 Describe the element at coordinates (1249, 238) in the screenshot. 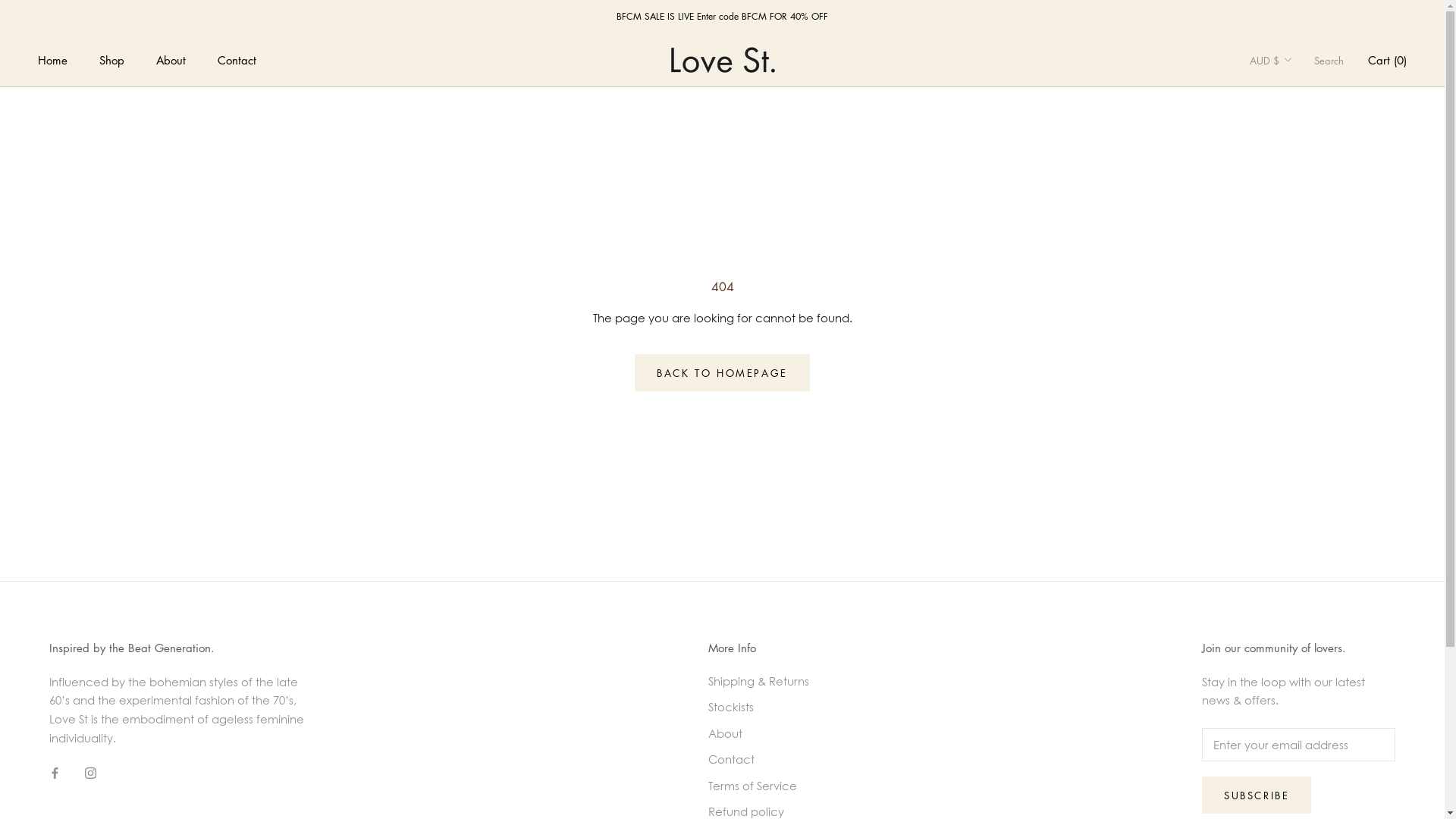

I see `'AWG'` at that location.